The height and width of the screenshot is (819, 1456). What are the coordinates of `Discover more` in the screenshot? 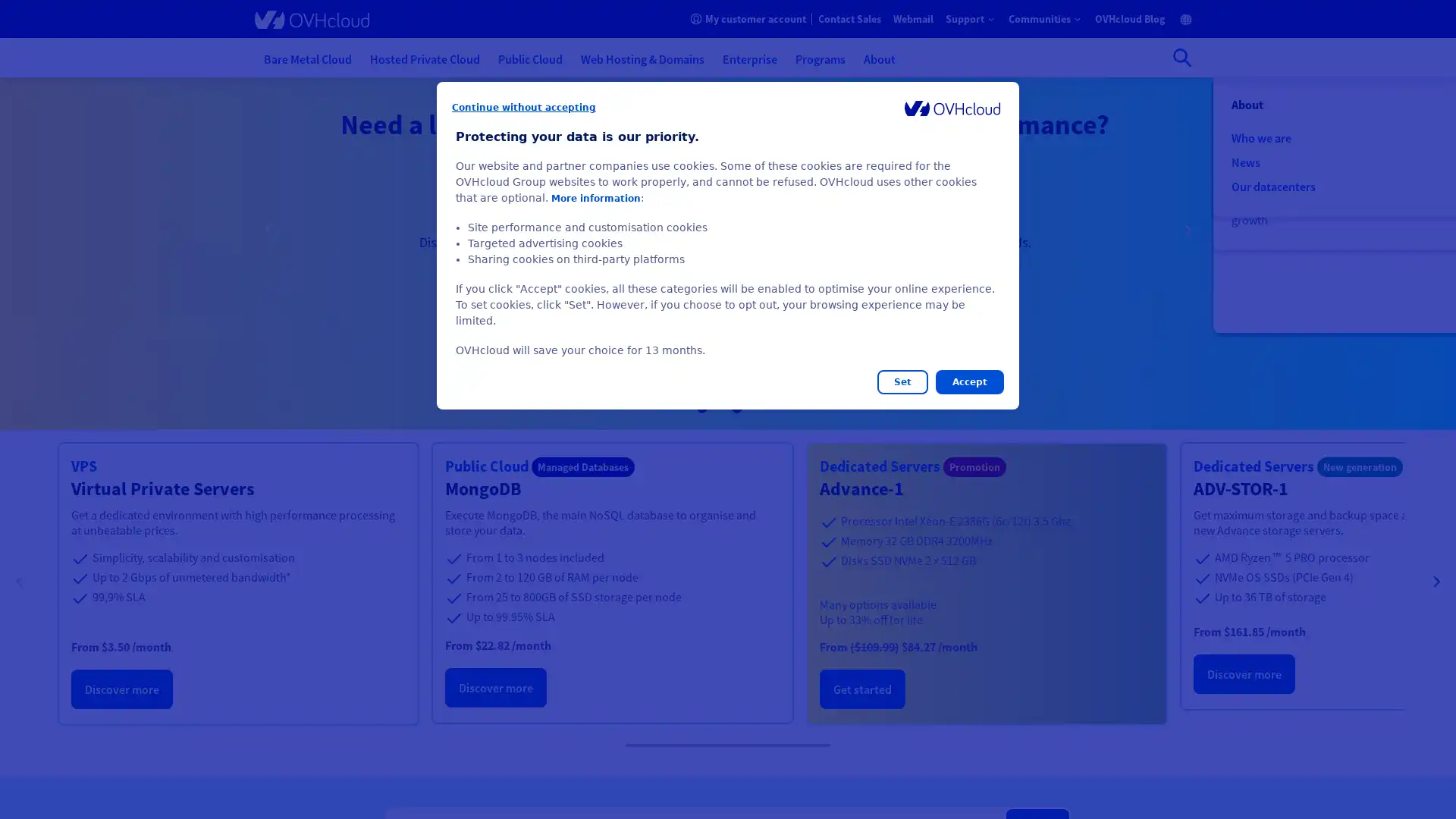 It's located at (122, 689).